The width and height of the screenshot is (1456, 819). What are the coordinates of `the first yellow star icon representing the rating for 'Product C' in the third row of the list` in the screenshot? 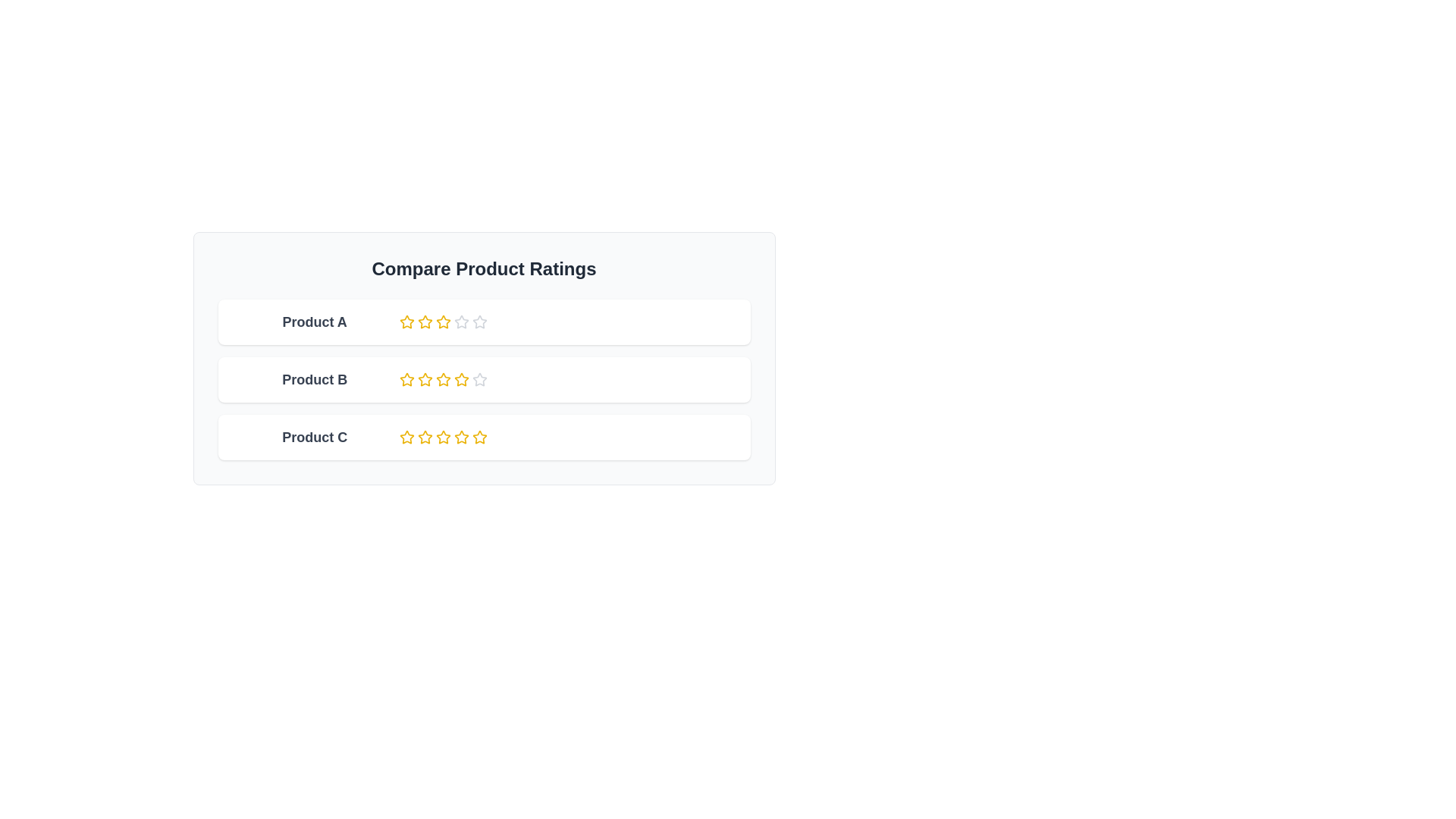 It's located at (406, 438).